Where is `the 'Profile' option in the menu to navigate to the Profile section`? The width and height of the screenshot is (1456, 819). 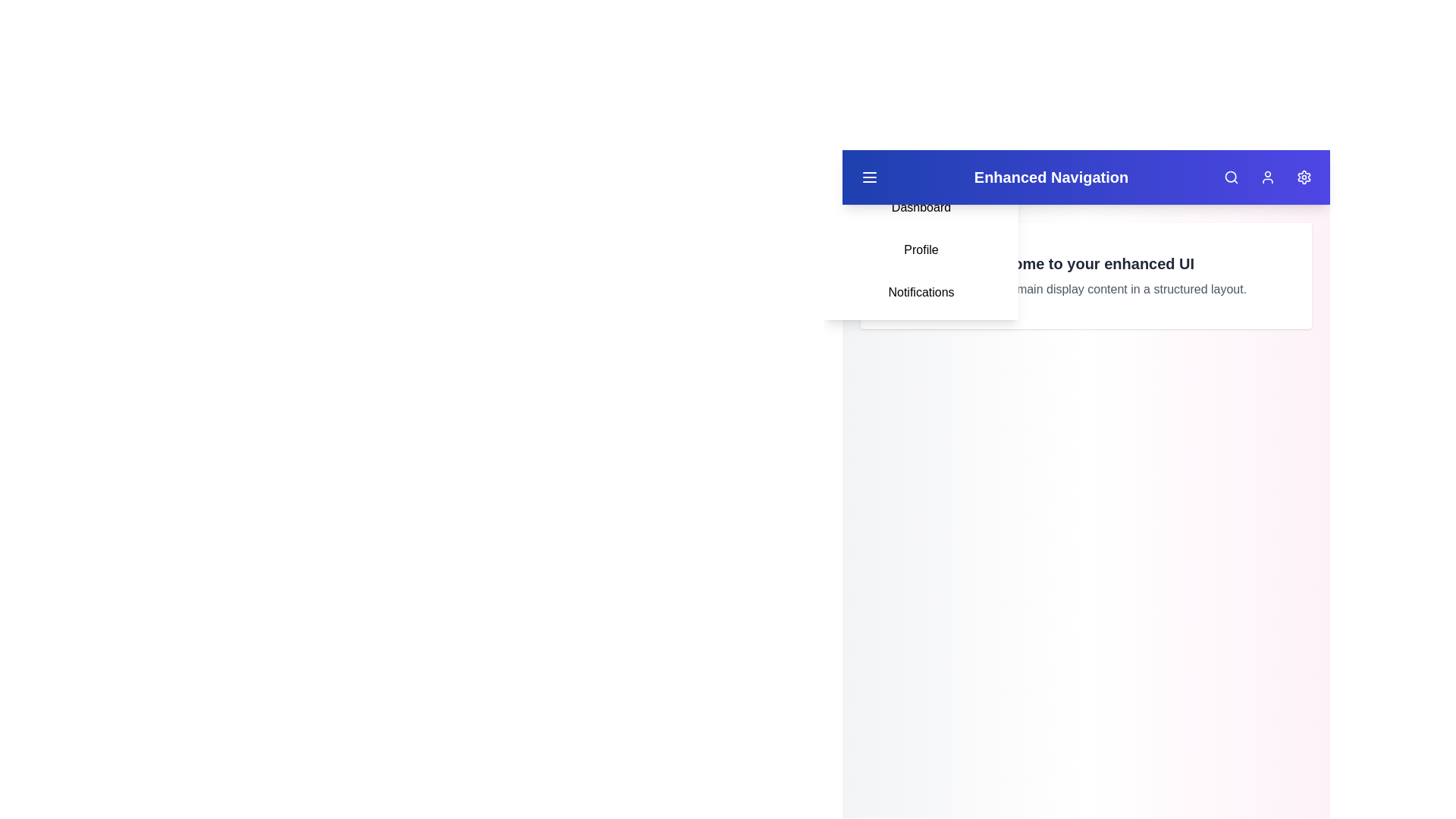
the 'Profile' option in the menu to navigate to the Profile section is located at coordinates (920, 249).